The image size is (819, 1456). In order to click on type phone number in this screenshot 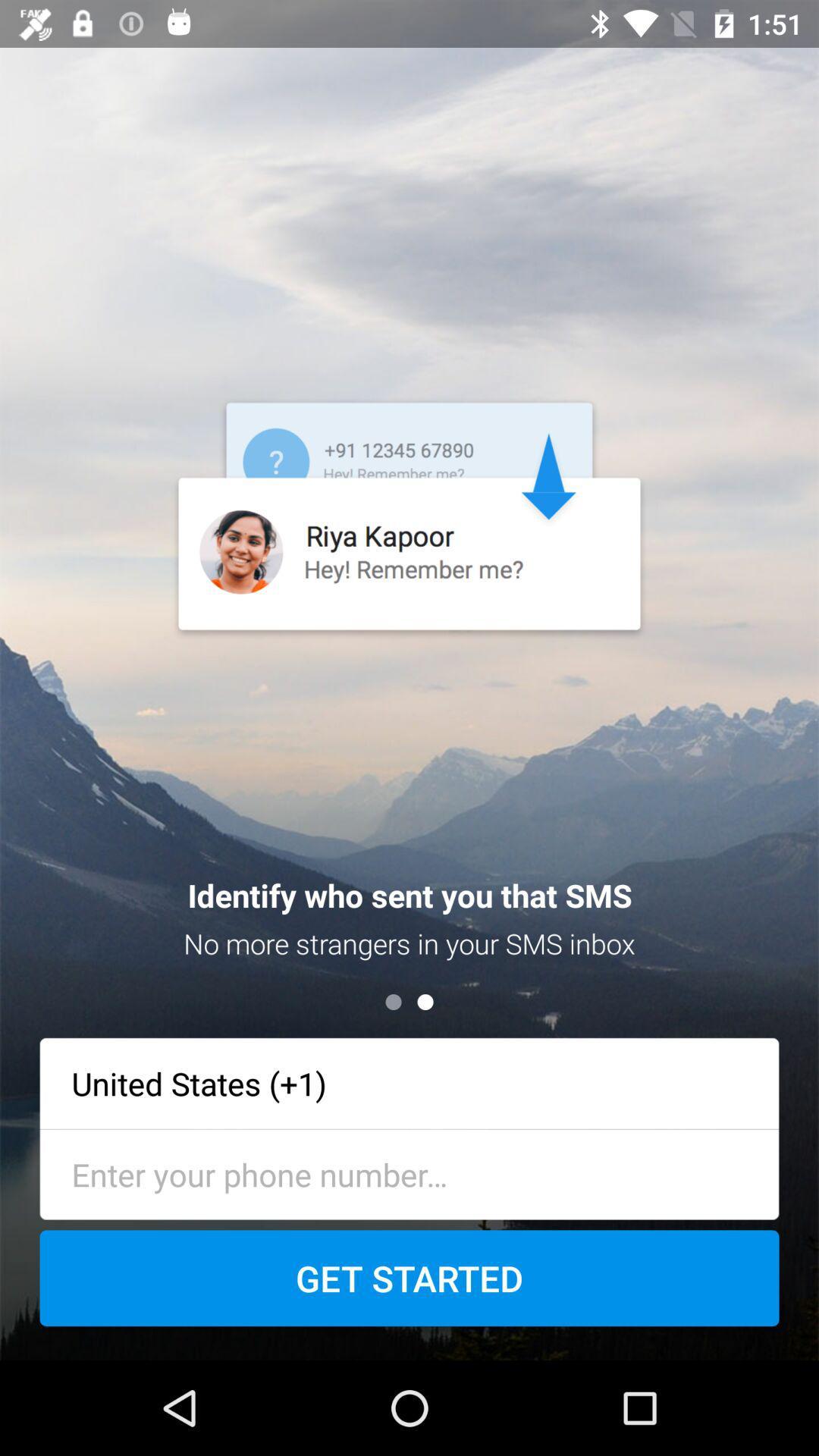, I will do `click(409, 1173)`.